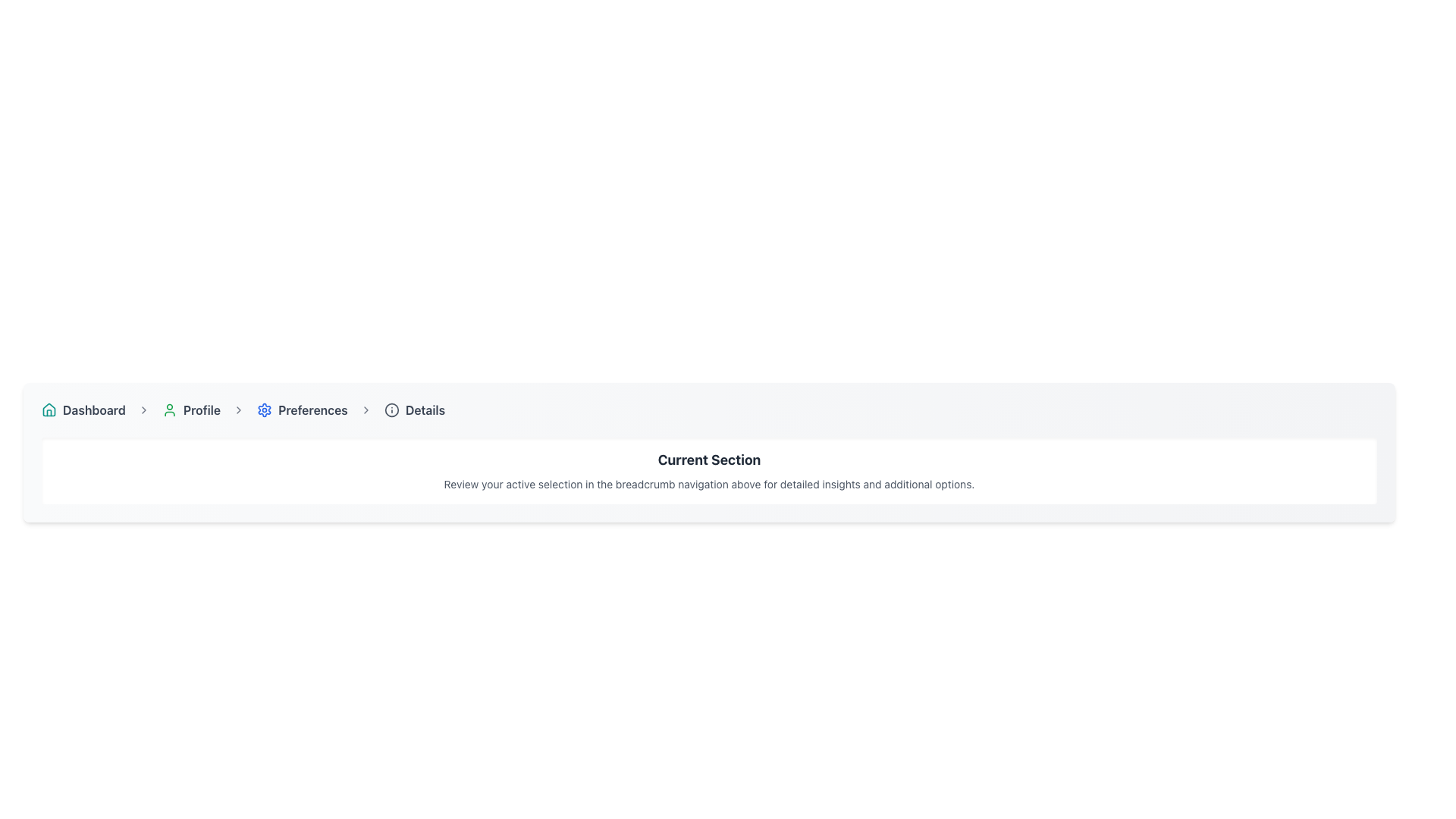  Describe the element at coordinates (265, 409) in the screenshot. I see `the cogwheel settings icon located between the 'Profile' icon and the 'Preferences' text in the breadcrumb navigation` at that location.